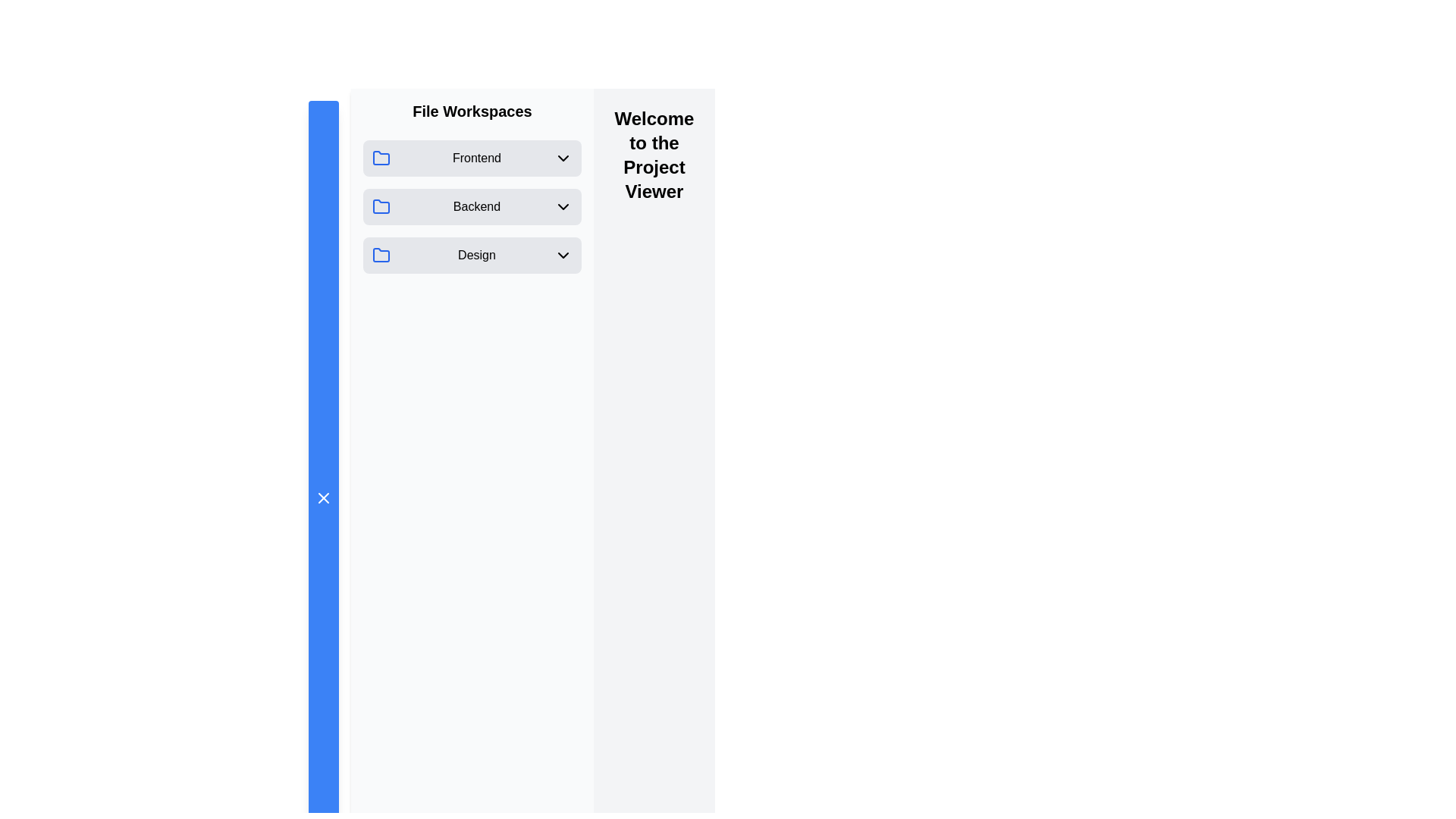 This screenshot has height=819, width=1456. Describe the element at coordinates (323, 497) in the screenshot. I see `the 'X' icon button, which is a minimalistic SVG icon located centrally within the vertical blue sidebar` at that location.